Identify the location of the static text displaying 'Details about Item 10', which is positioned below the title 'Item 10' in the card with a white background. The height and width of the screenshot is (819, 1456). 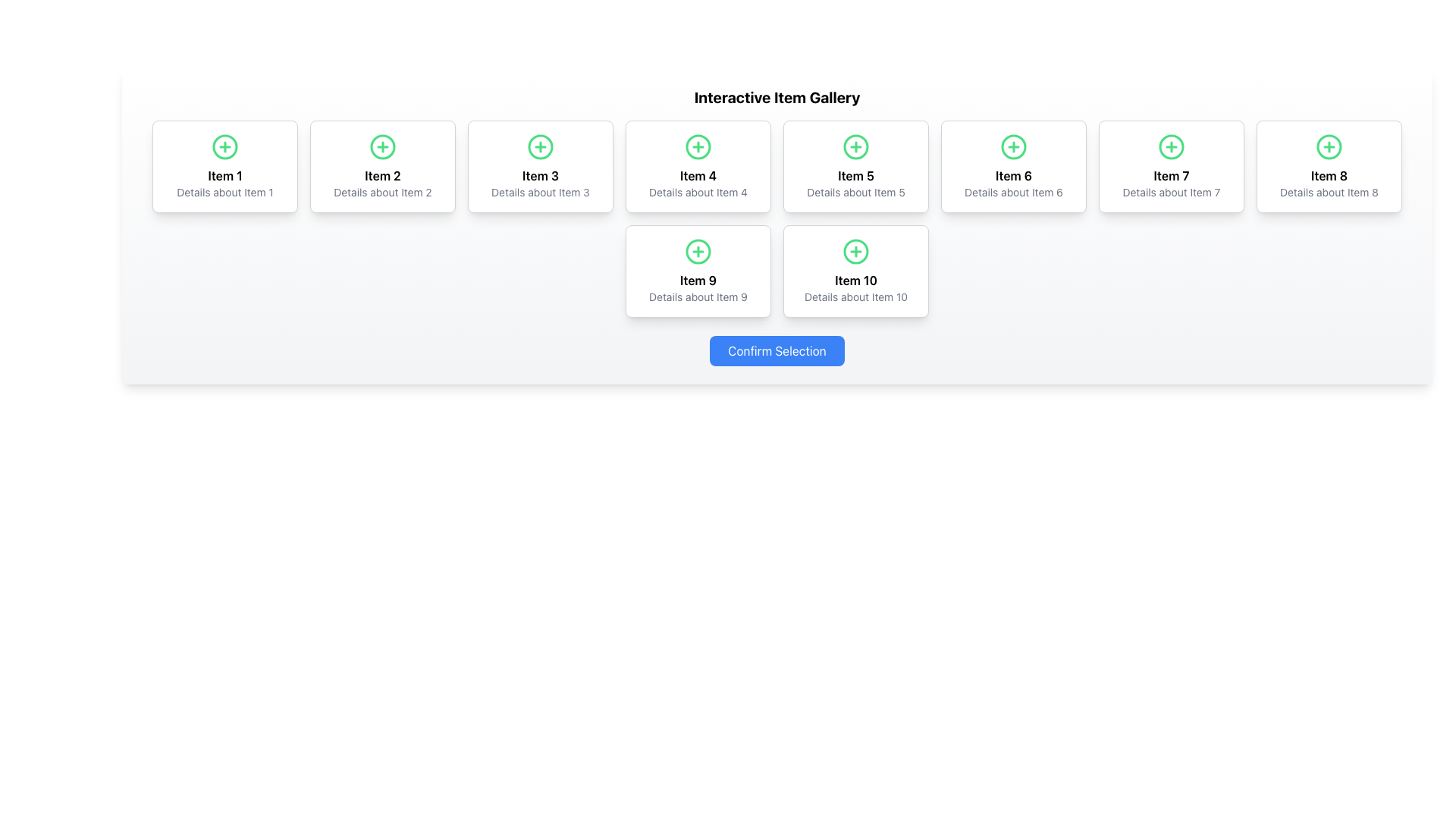
(855, 297).